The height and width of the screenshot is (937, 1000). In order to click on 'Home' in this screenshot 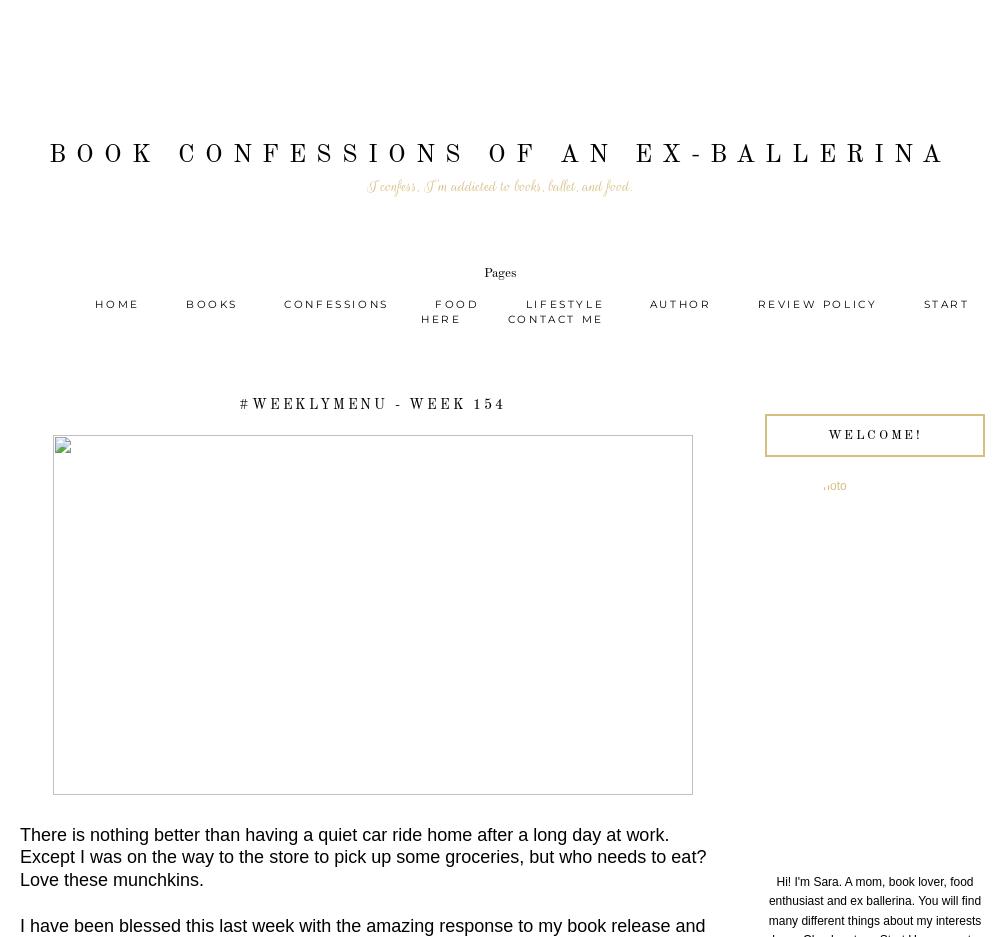, I will do `click(116, 302)`.